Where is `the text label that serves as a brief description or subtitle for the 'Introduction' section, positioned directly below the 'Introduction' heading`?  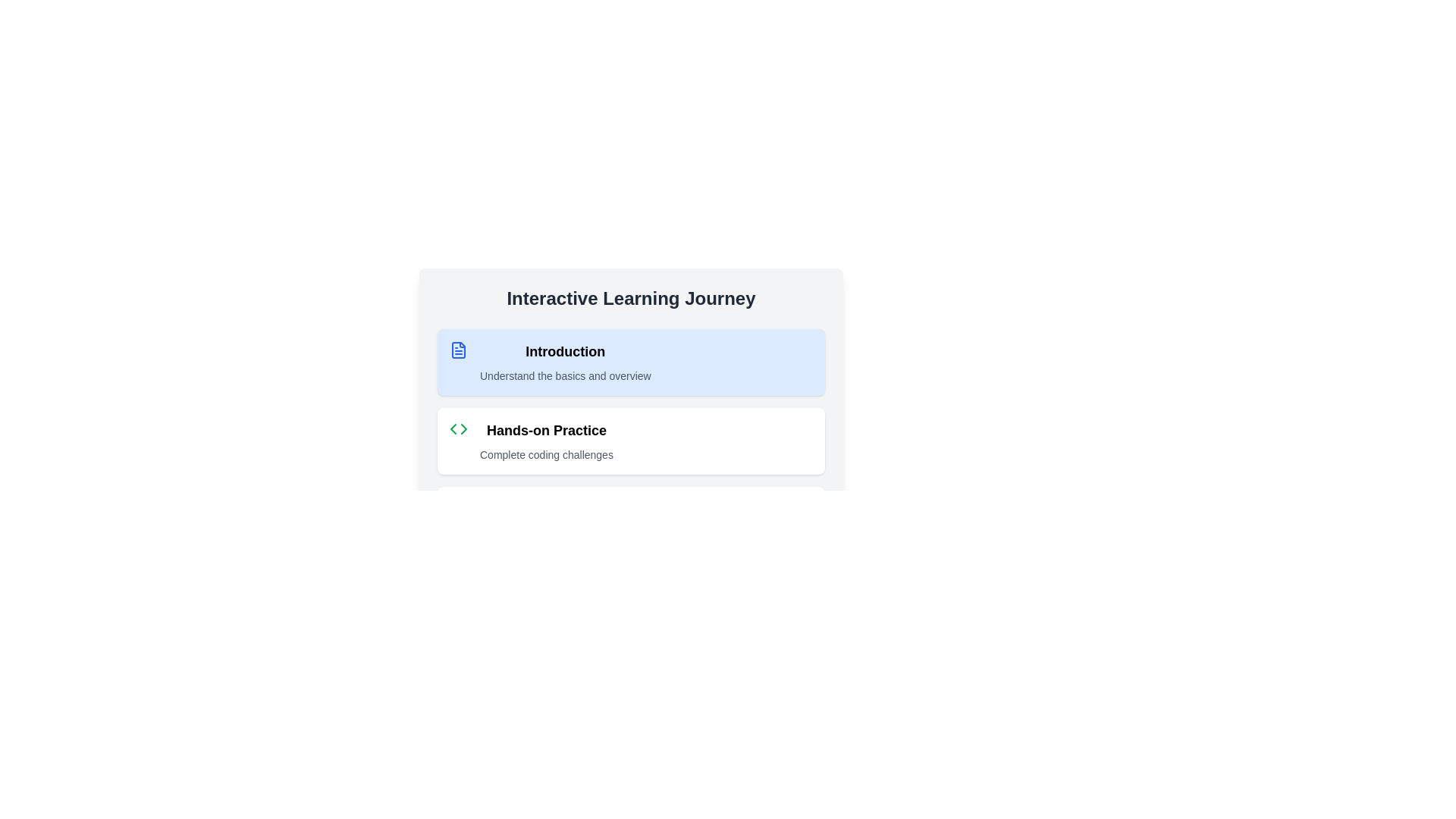
the text label that serves as a brief description or subtitle for the 'Introduction' section, positioned directly below the 'Introduction' heading is located at coordinates (564, 375).